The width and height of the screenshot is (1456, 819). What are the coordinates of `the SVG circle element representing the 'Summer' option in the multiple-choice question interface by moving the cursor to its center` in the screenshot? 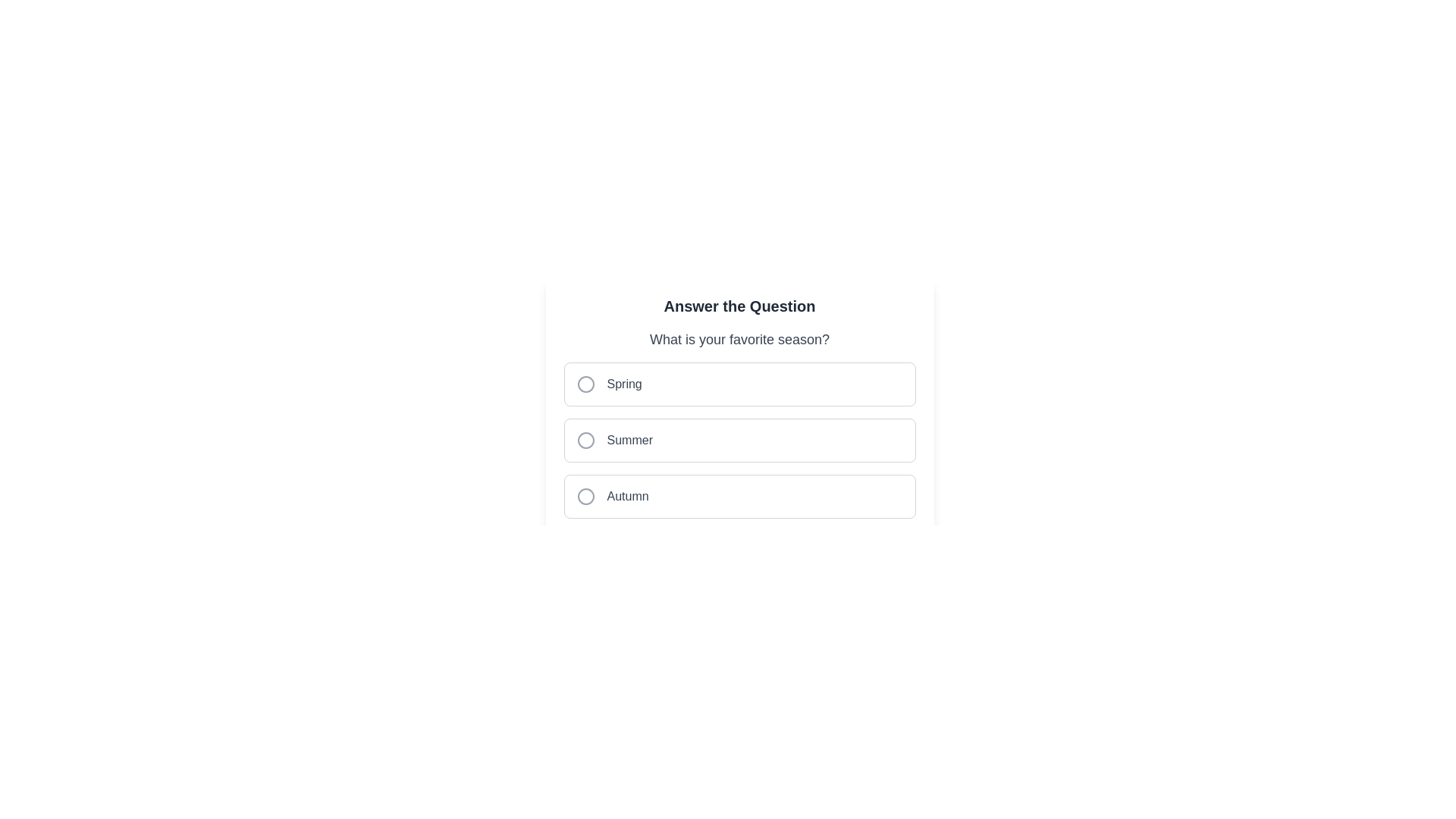 It's located at (585, 441).